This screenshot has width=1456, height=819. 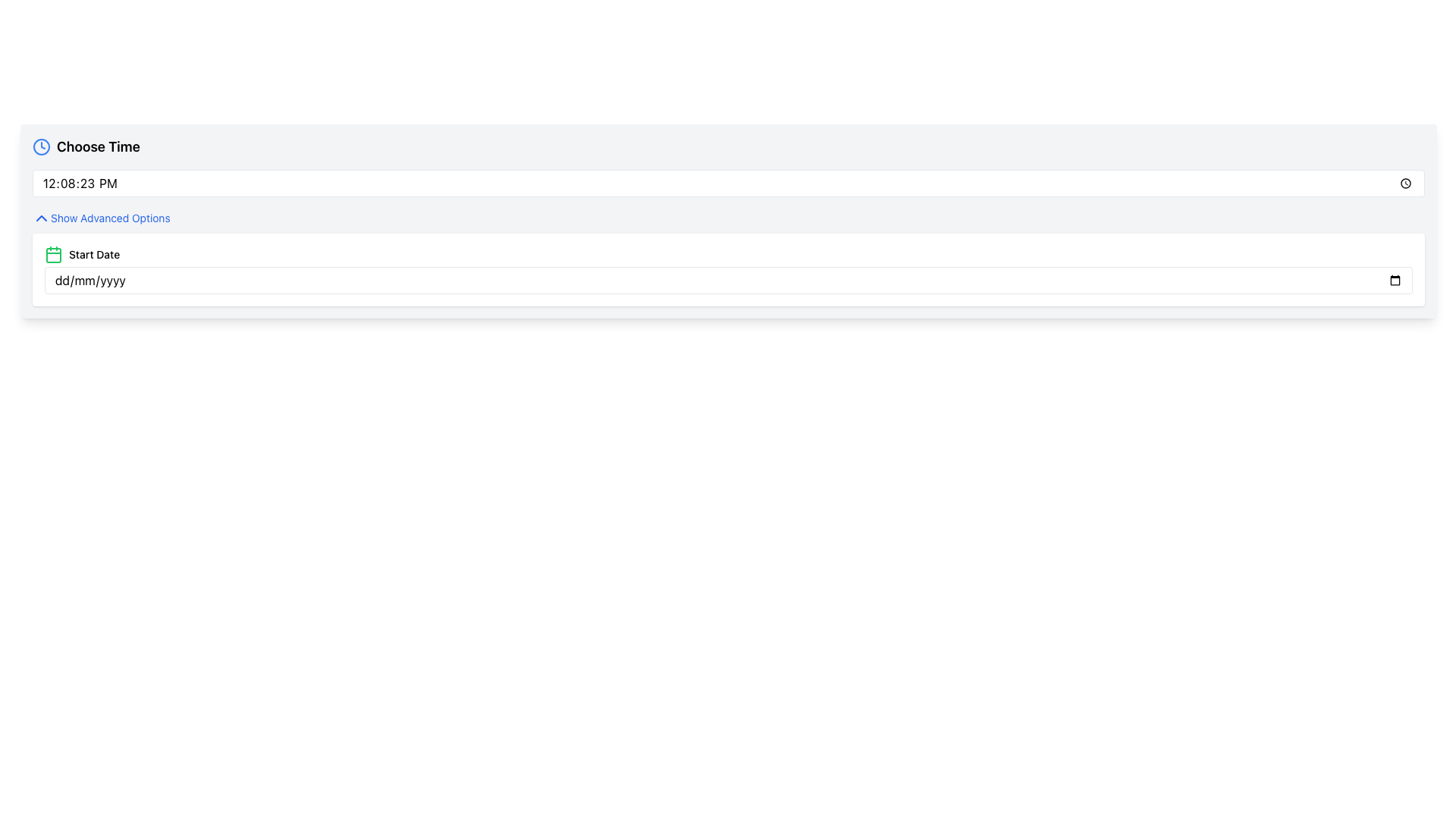 What do you see at coordinates (728, 281) in the screenshot?
I see `the Date input field located in the 'Start Date' section` at bounding box center [728, 281].